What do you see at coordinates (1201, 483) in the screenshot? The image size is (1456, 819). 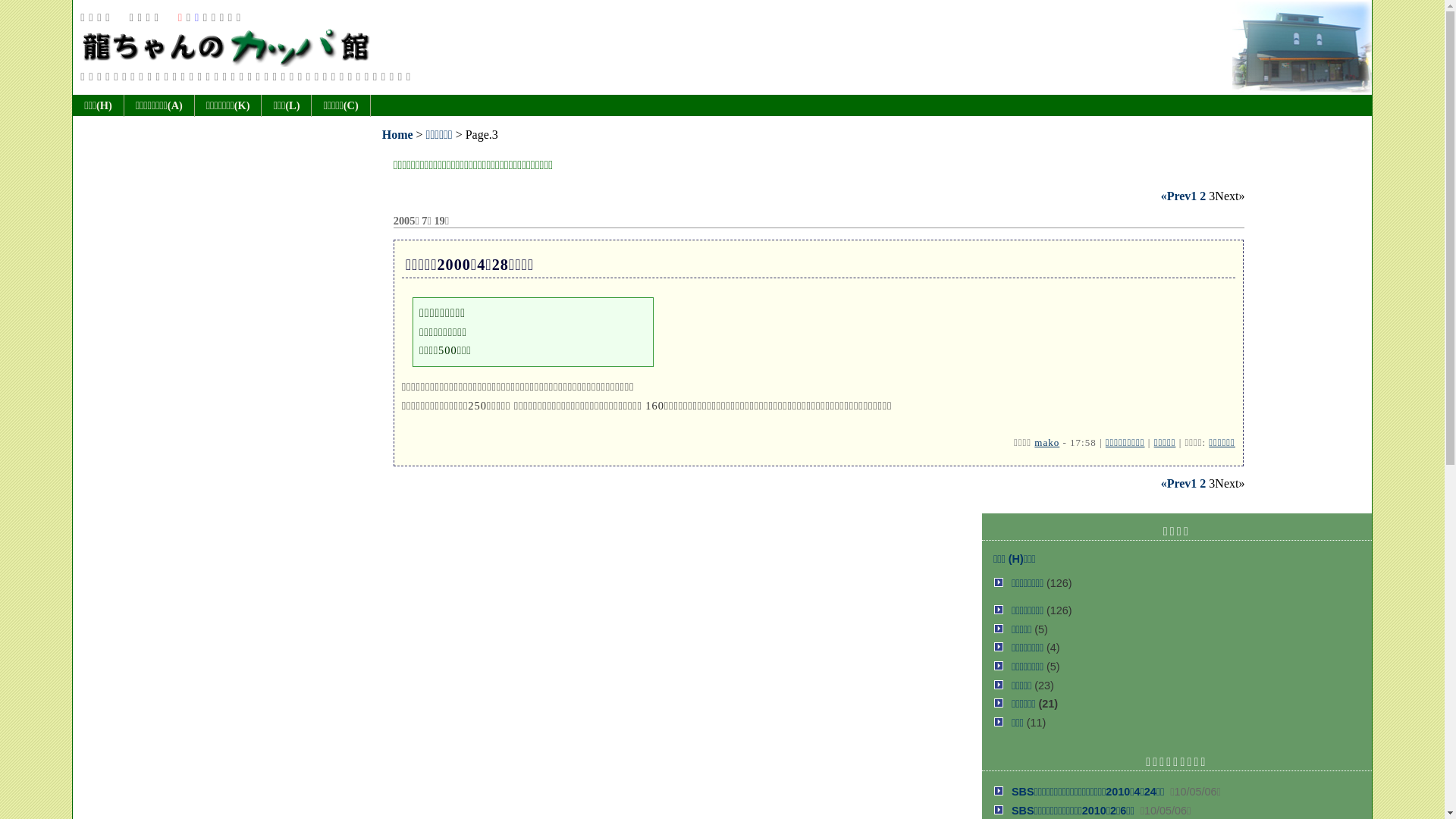 I see `'2'` at bounding box center [1201, 483].